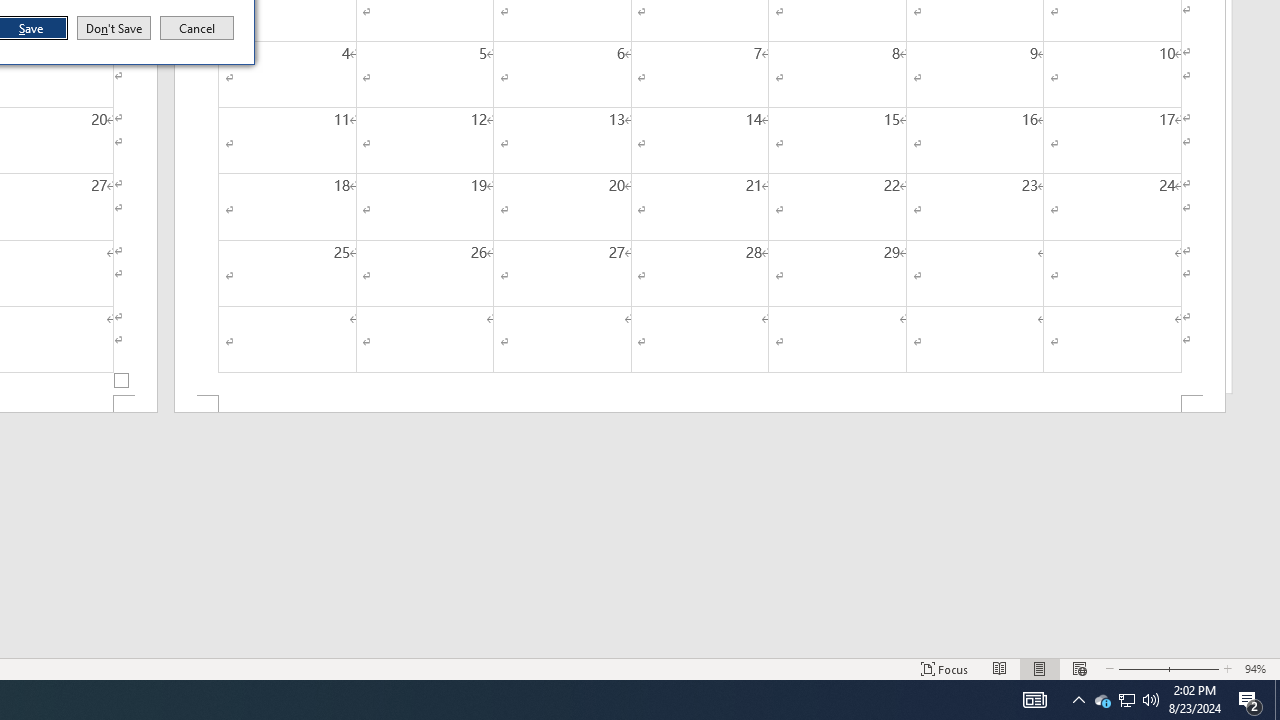  What do you see at coordinates (1250, 698) in the screenshot?
I see `'Action Center, 2 new notifications'` at bounding box center [1250, 698].